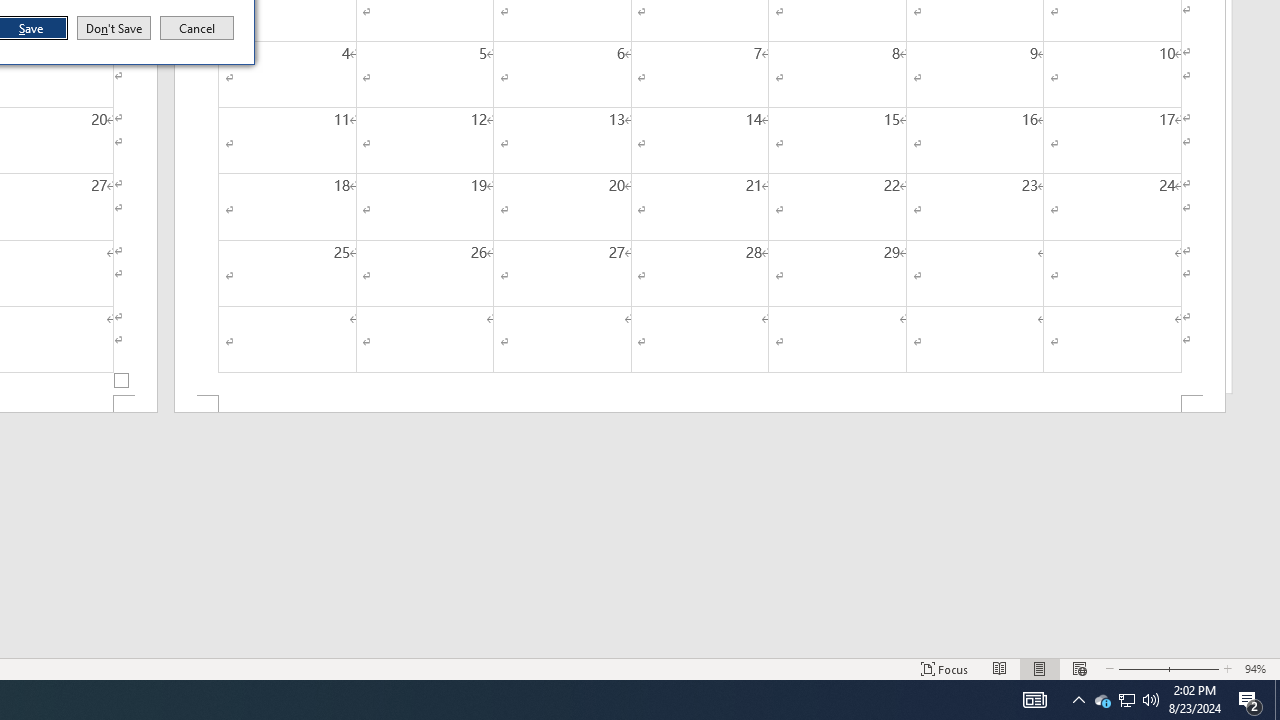  What do you see at coordinates (1250, 698) in the screenshot?
I see `'Action Center, 2 new notifications'` at bounding box center [1250, 698].